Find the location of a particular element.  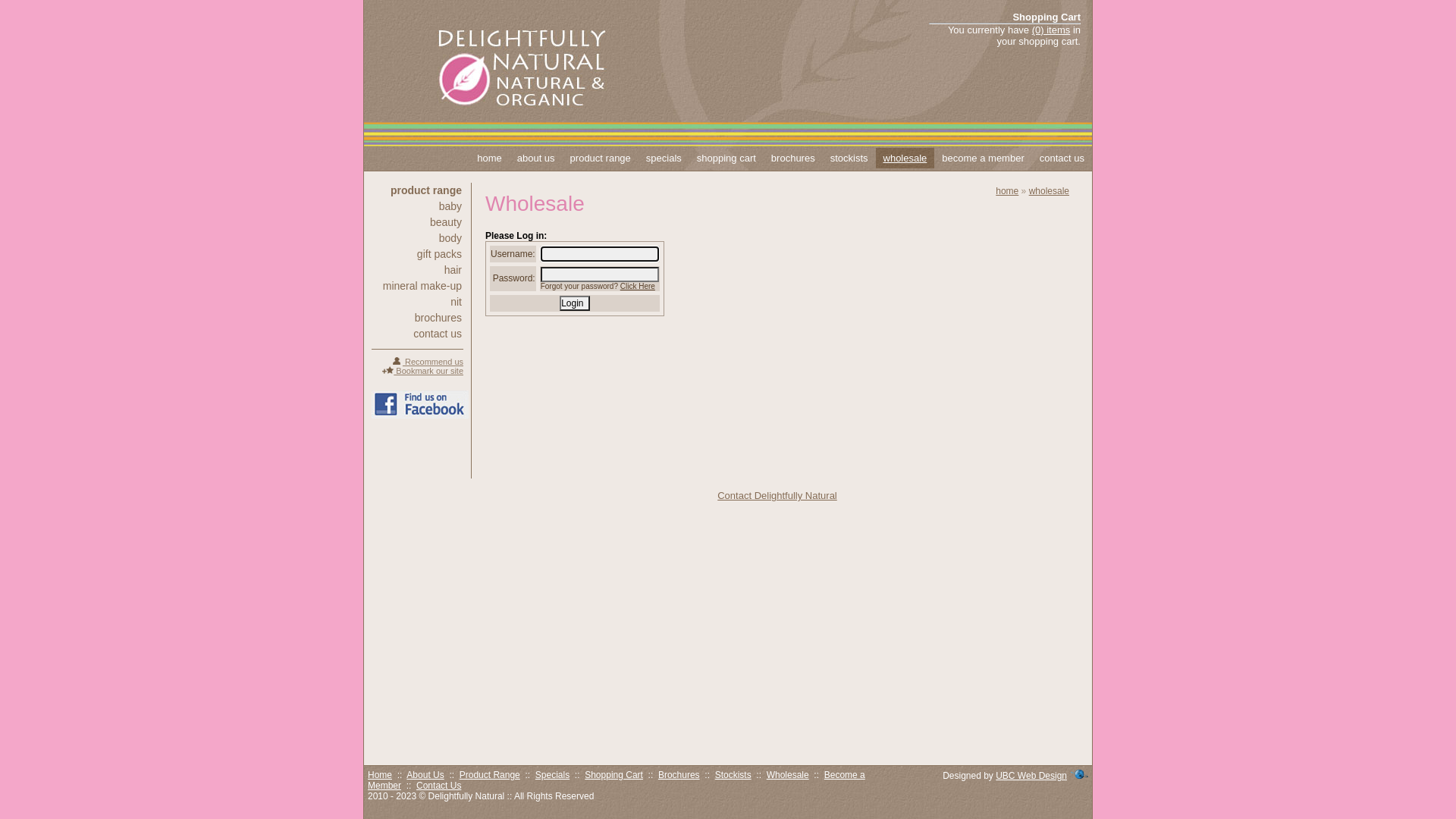

'Specials' is located at coordinates (551, 775).